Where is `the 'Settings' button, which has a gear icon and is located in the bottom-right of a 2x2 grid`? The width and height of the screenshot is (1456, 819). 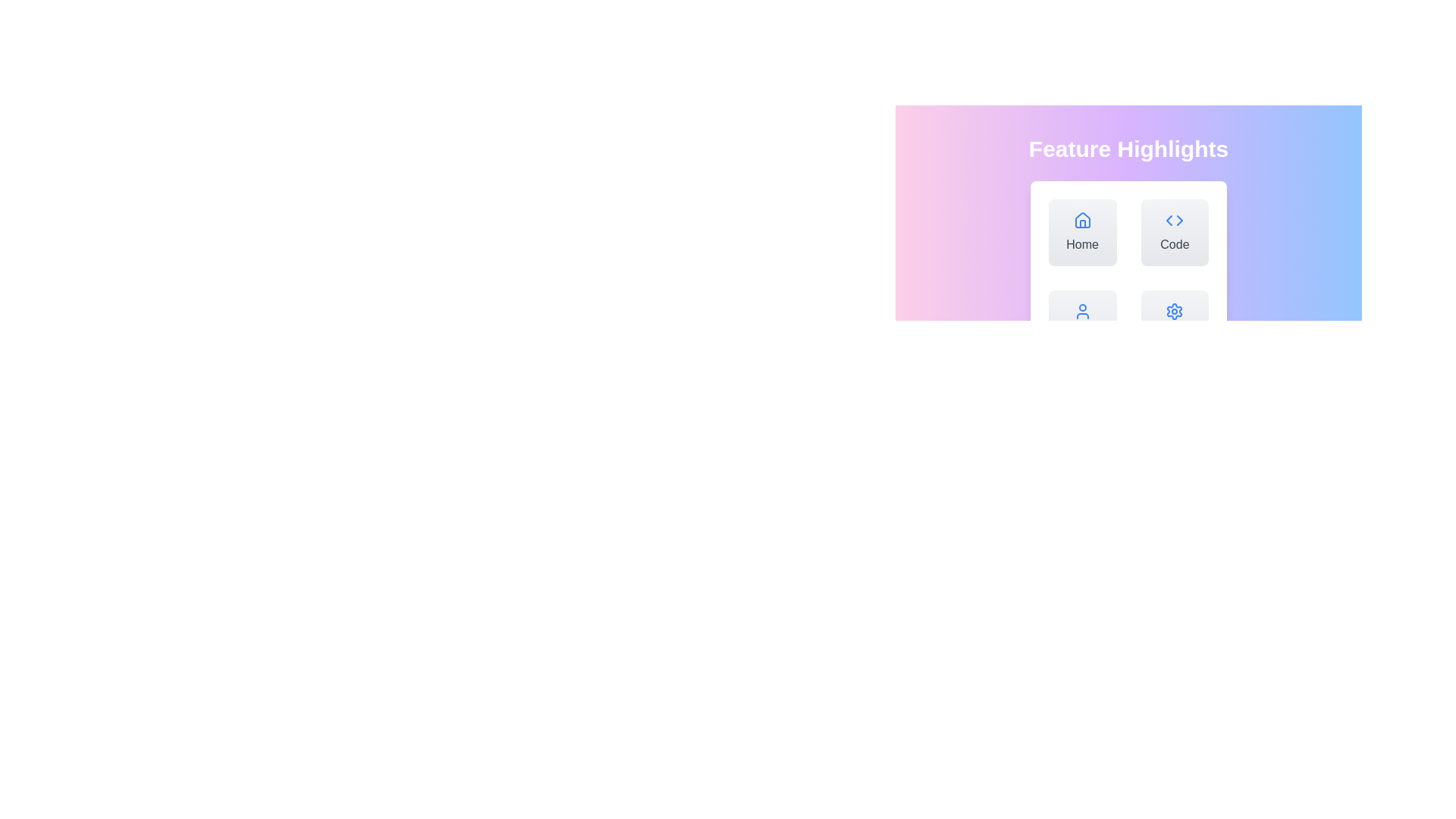 the 'Settings' button, which has a gear icon and is located in the bottom-right of a 2x2 grid is located at coordinates (1174, 323).